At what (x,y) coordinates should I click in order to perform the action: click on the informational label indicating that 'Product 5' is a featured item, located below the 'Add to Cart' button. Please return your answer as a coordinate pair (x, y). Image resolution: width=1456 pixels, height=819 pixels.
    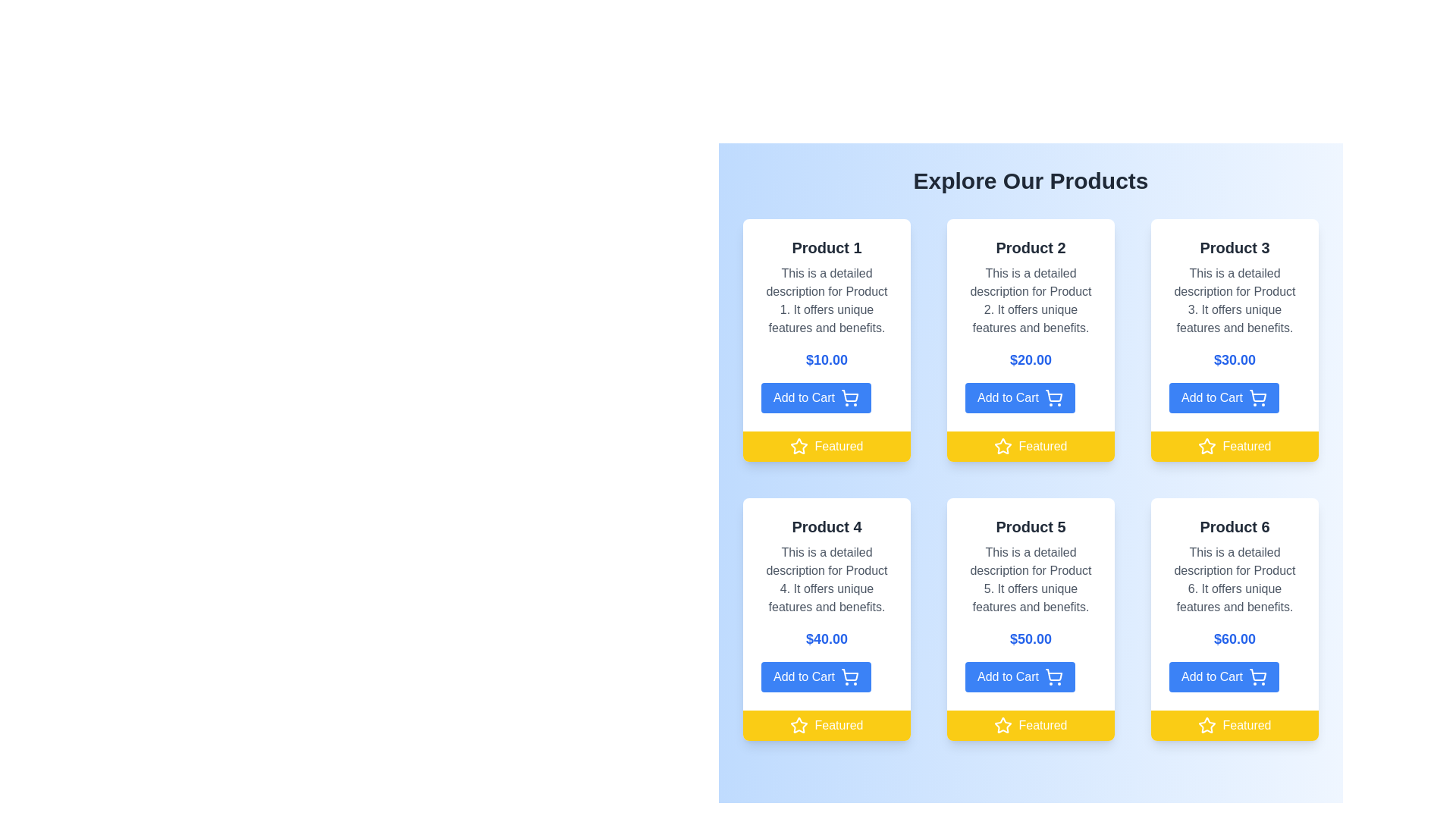
    Looking at the image, I should click on (1031, 724).